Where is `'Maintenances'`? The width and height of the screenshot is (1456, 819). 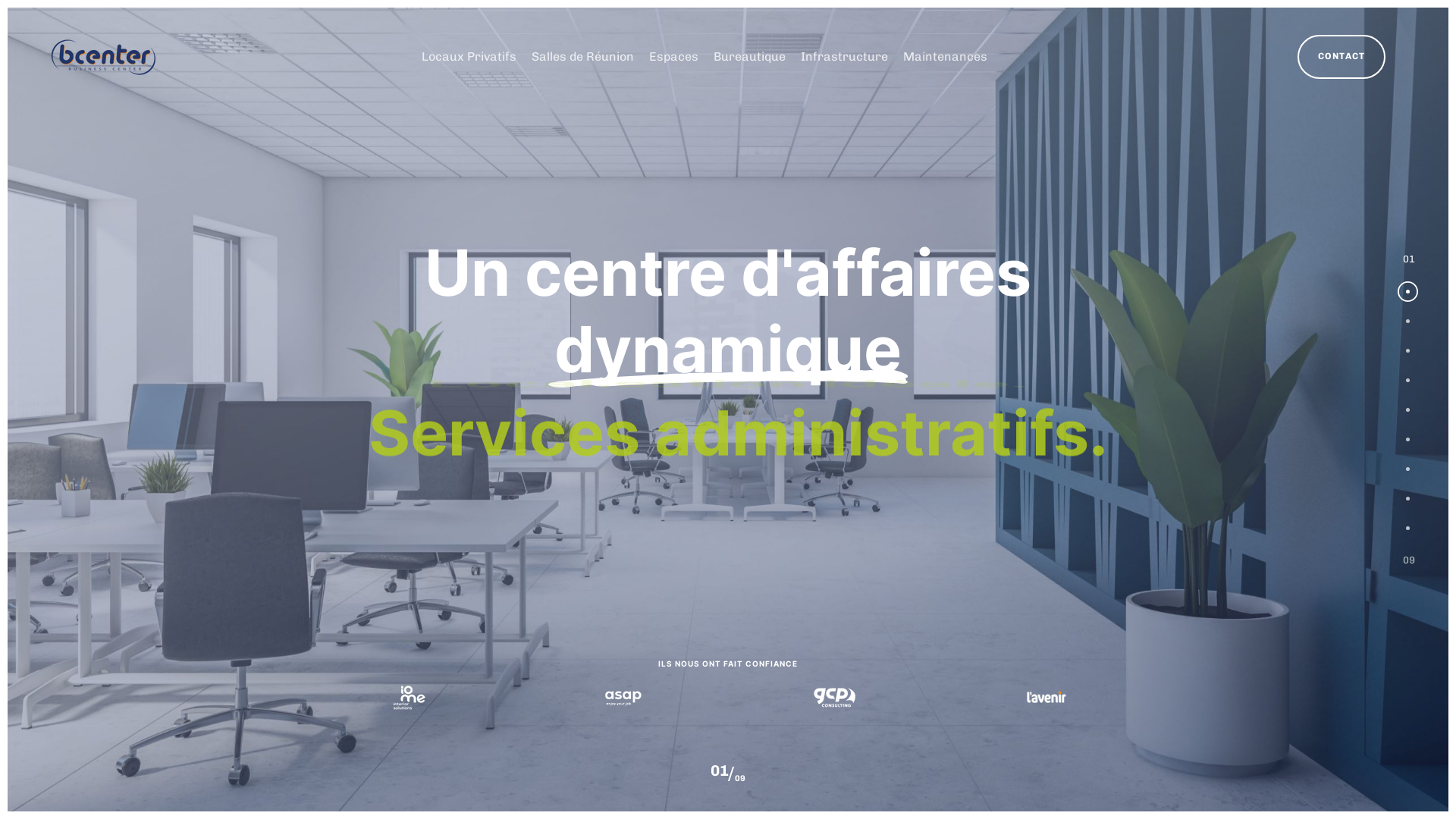 'Maintenances' is located at coordinates (944, 55).